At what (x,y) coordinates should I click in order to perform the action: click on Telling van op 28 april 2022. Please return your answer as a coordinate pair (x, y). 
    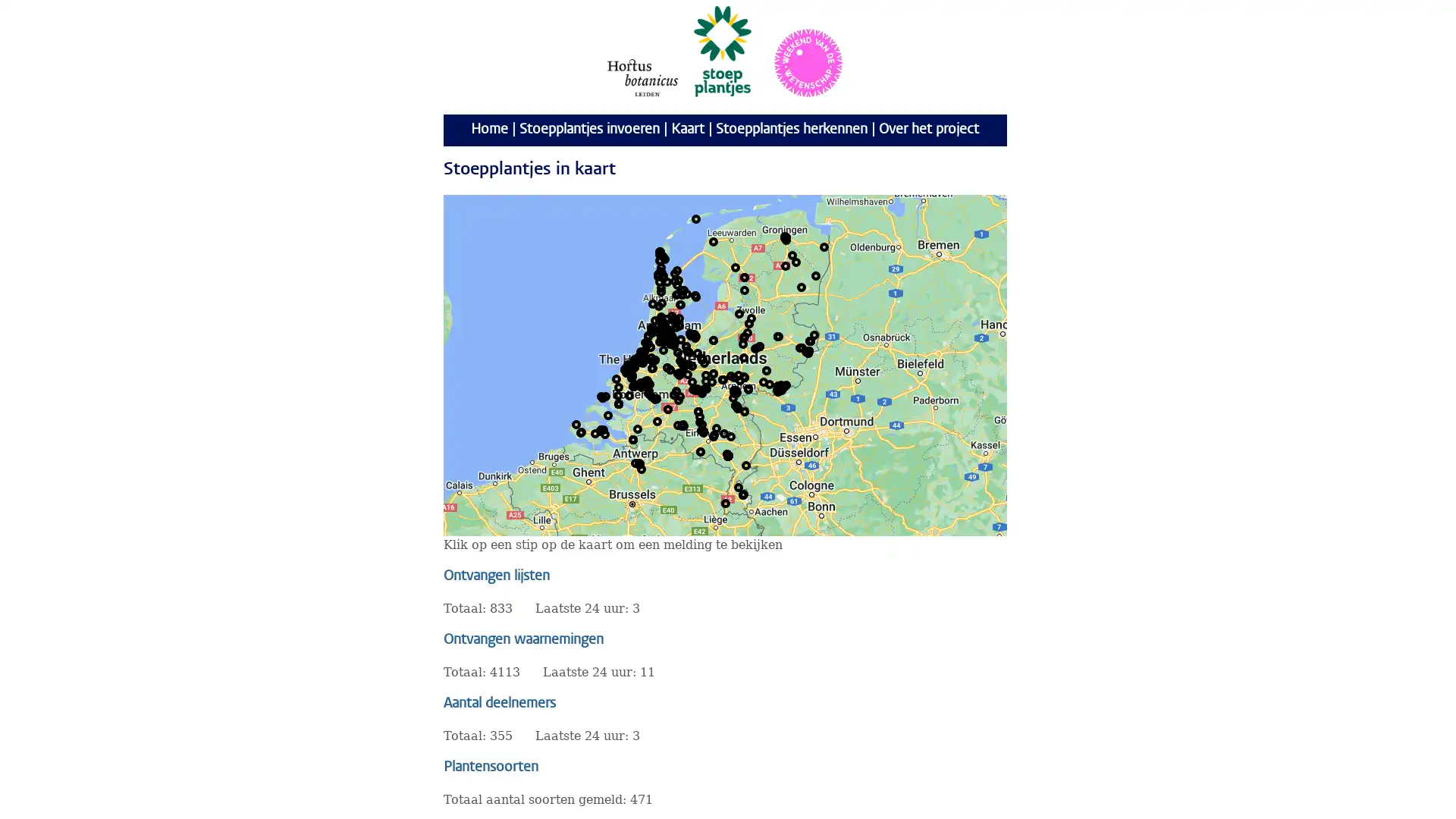
    Looking at the image, I should click on (662, 333).